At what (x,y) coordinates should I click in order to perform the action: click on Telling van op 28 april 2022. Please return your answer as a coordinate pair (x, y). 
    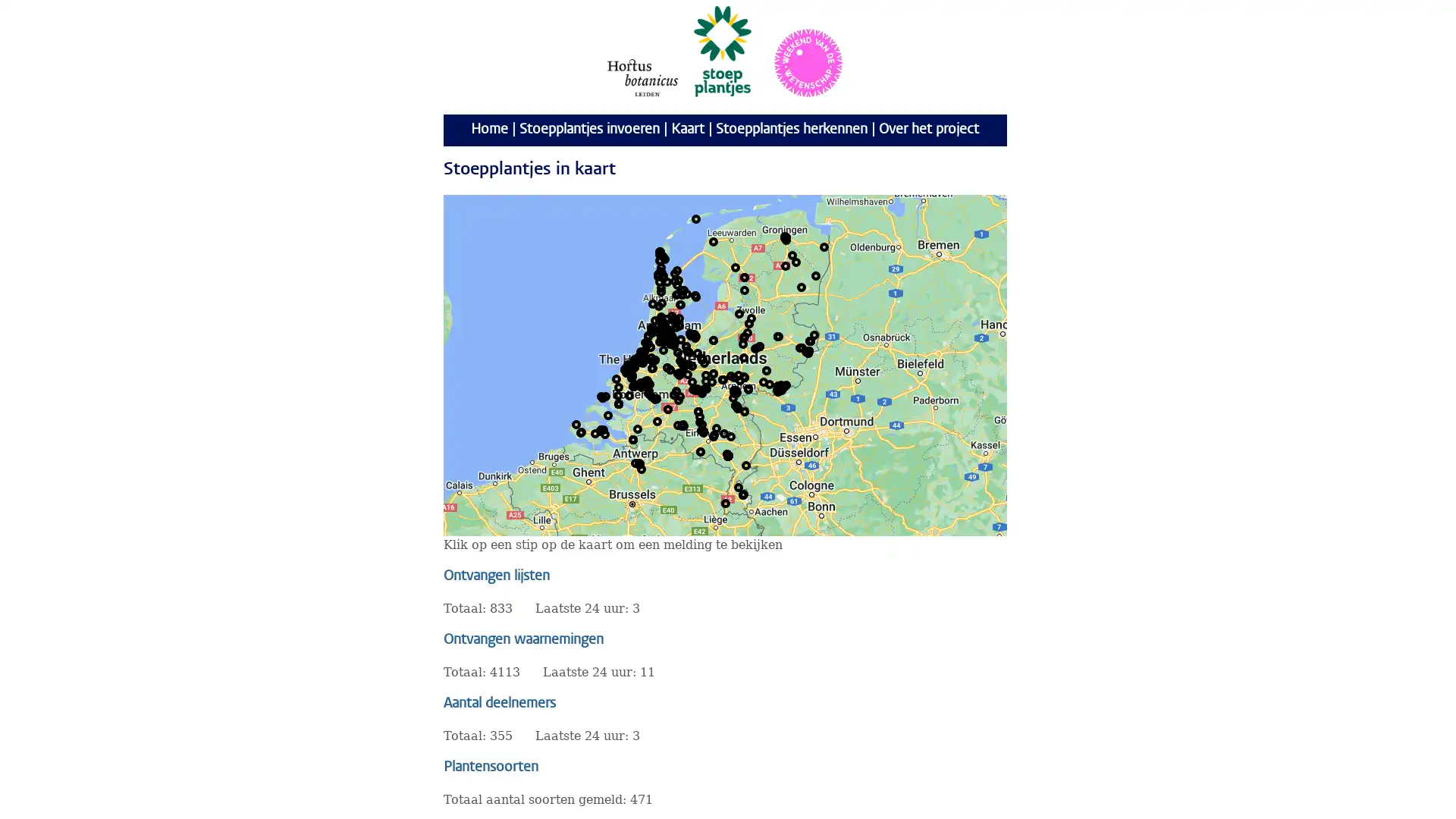
    Looking at the image, I should click on (662, 333).